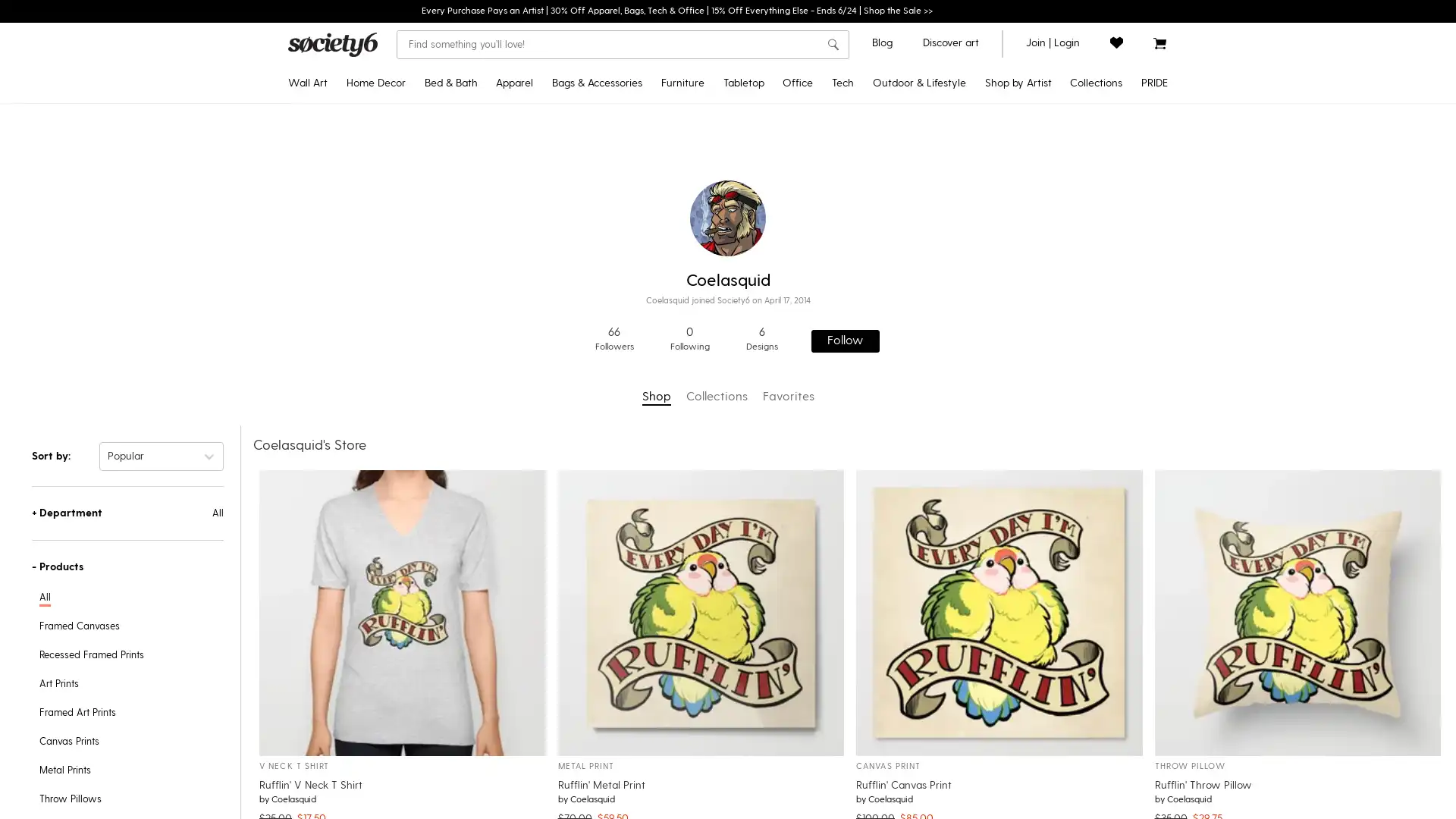 This screenshot has width=1456, height=819. What do you see at coordinates (842, 83) in the screenshot?
I see `Tech` at bounding box center [842, 83].